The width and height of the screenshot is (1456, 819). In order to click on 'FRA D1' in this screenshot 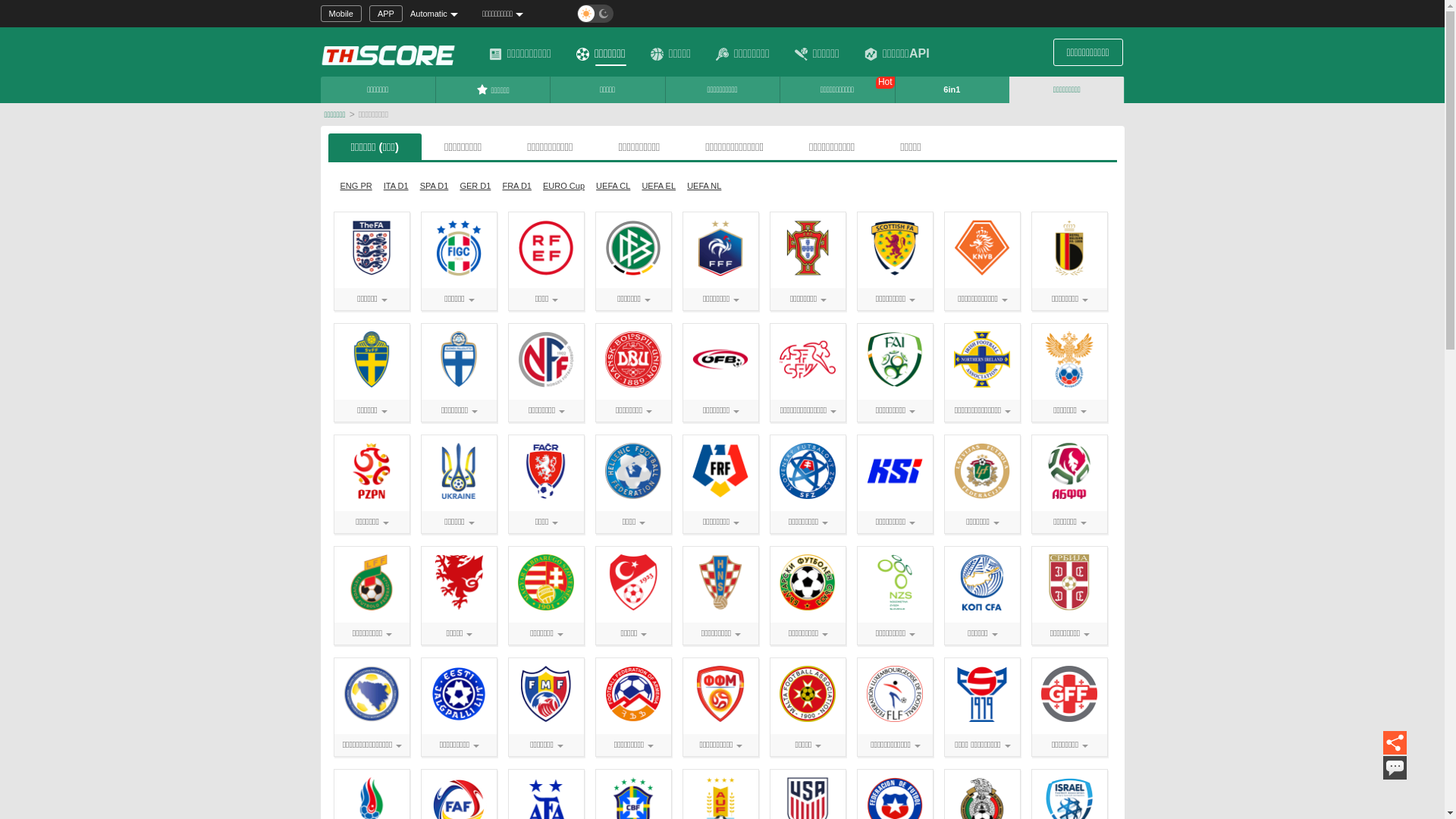, I will do `click(516, 185)`.